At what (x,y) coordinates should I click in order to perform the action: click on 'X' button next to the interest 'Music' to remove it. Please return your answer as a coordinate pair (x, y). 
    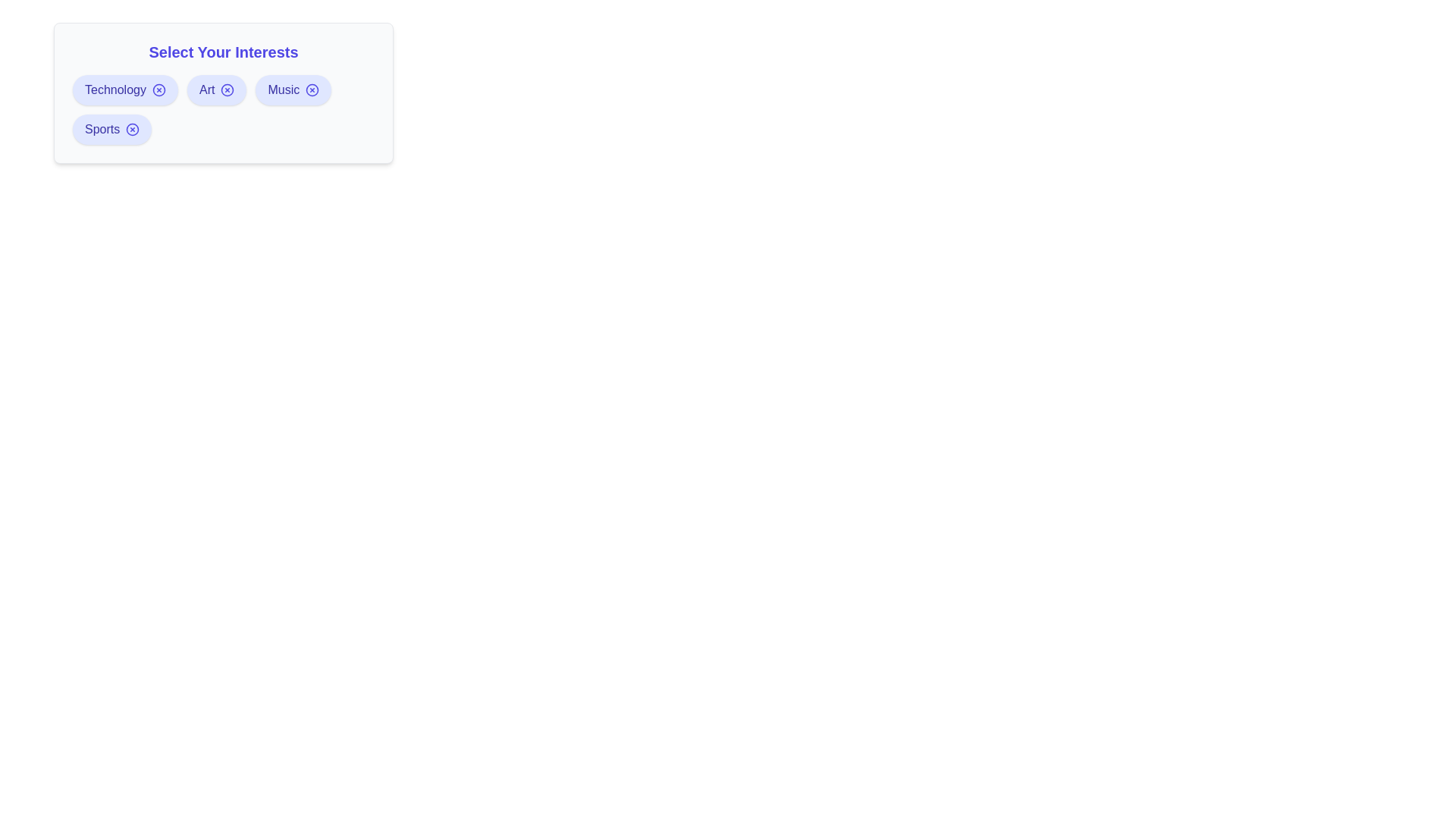
    Looking at the image, I should click on (312, 90).